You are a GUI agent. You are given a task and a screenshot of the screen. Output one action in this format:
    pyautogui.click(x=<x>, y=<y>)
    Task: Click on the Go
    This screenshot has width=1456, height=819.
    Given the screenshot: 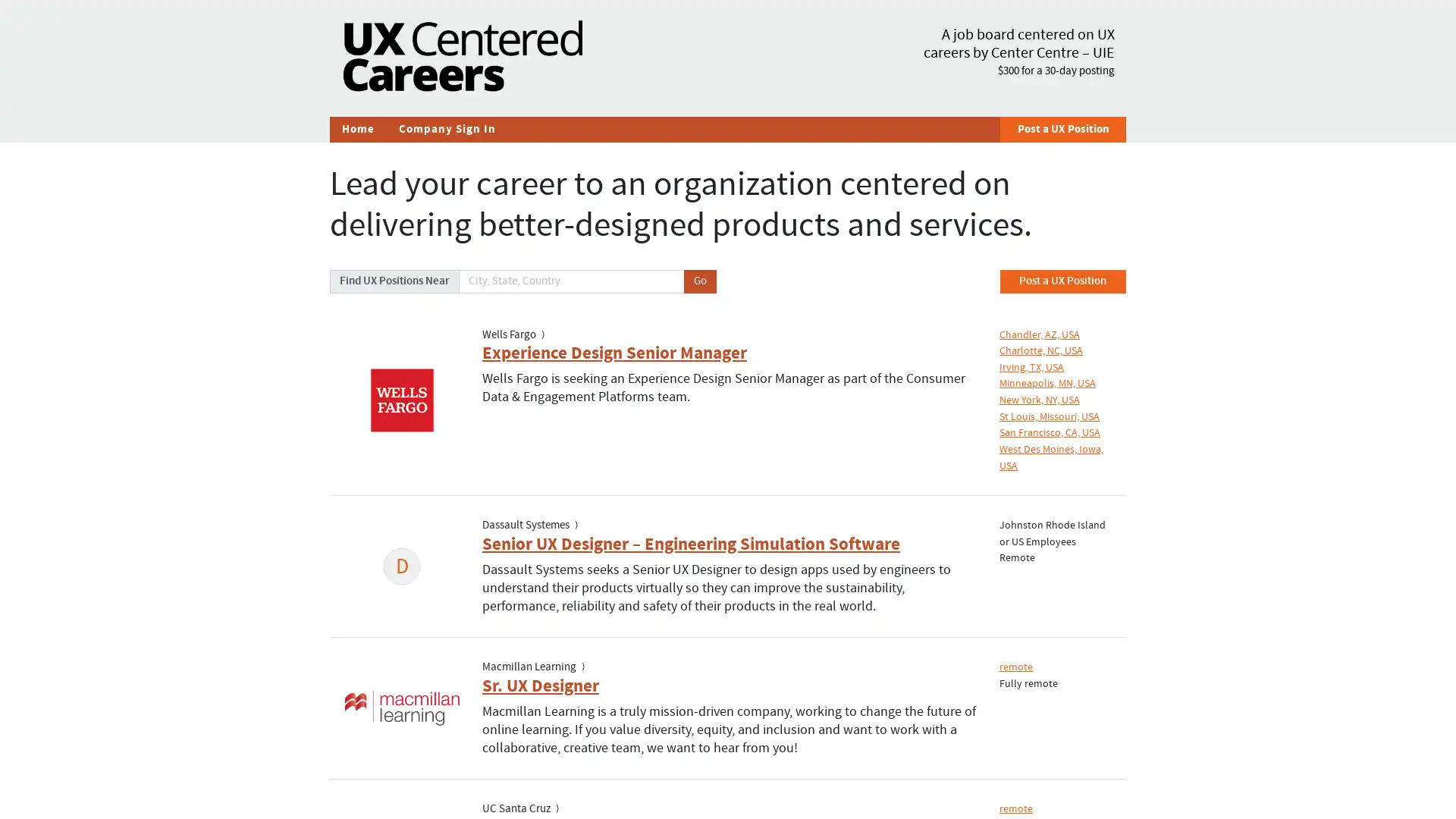 What is the action you would take?
    pyautogui.click(x=699, y=281)
    